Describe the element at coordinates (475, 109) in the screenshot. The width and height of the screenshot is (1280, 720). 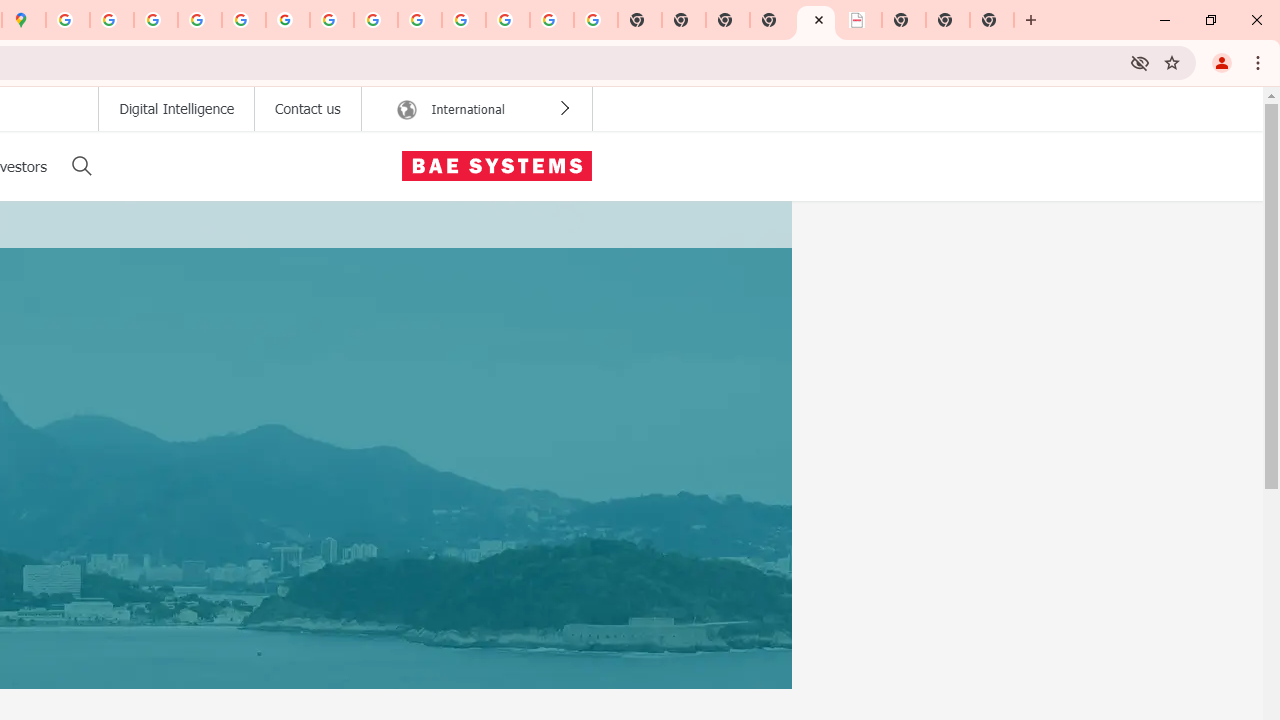
I see `'AutomationID: region-selector-top'` at that location.